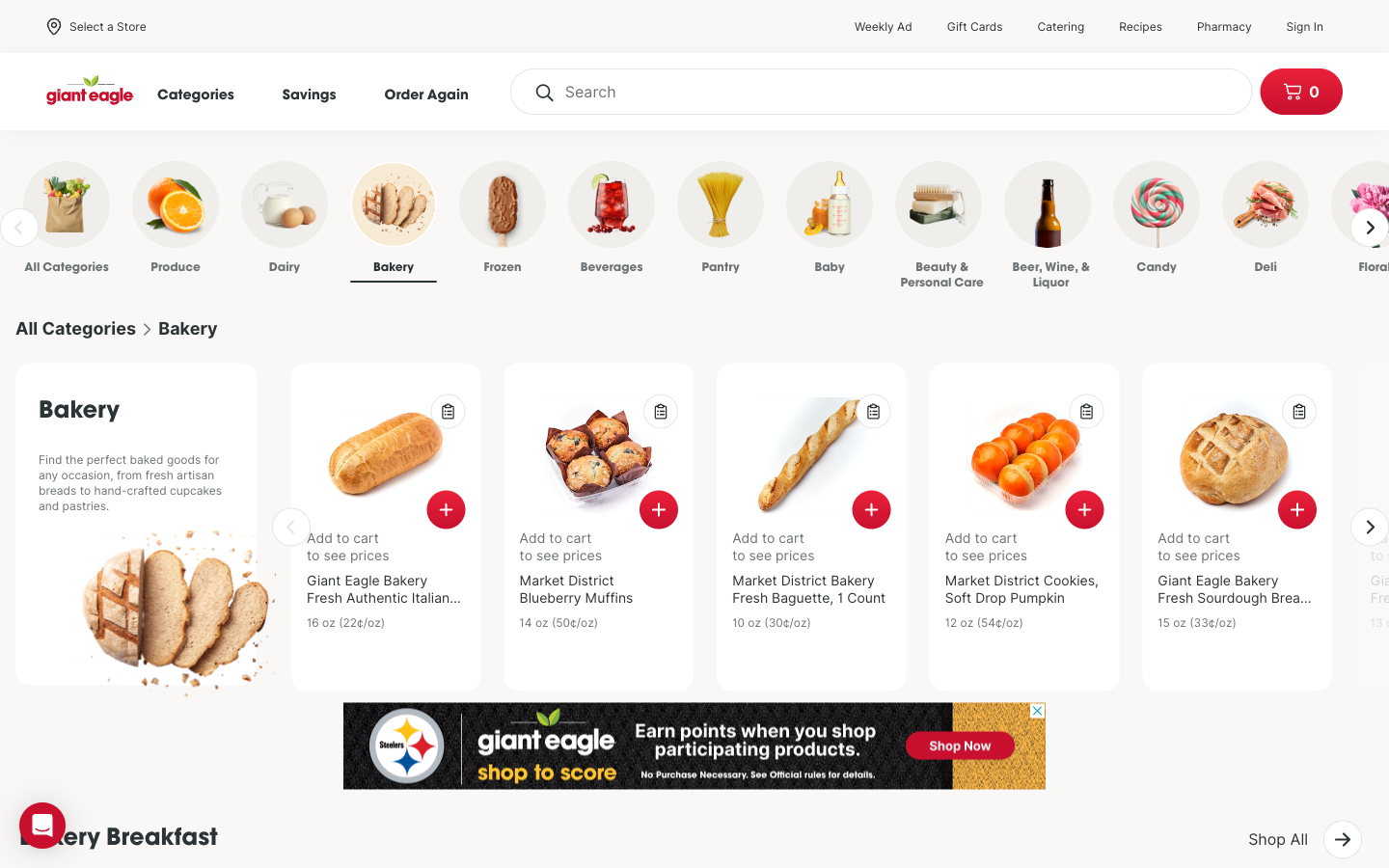  Describe the element at coordinates (1313, 25) in the screenshot. I see `Sign into my user profile` at that location.